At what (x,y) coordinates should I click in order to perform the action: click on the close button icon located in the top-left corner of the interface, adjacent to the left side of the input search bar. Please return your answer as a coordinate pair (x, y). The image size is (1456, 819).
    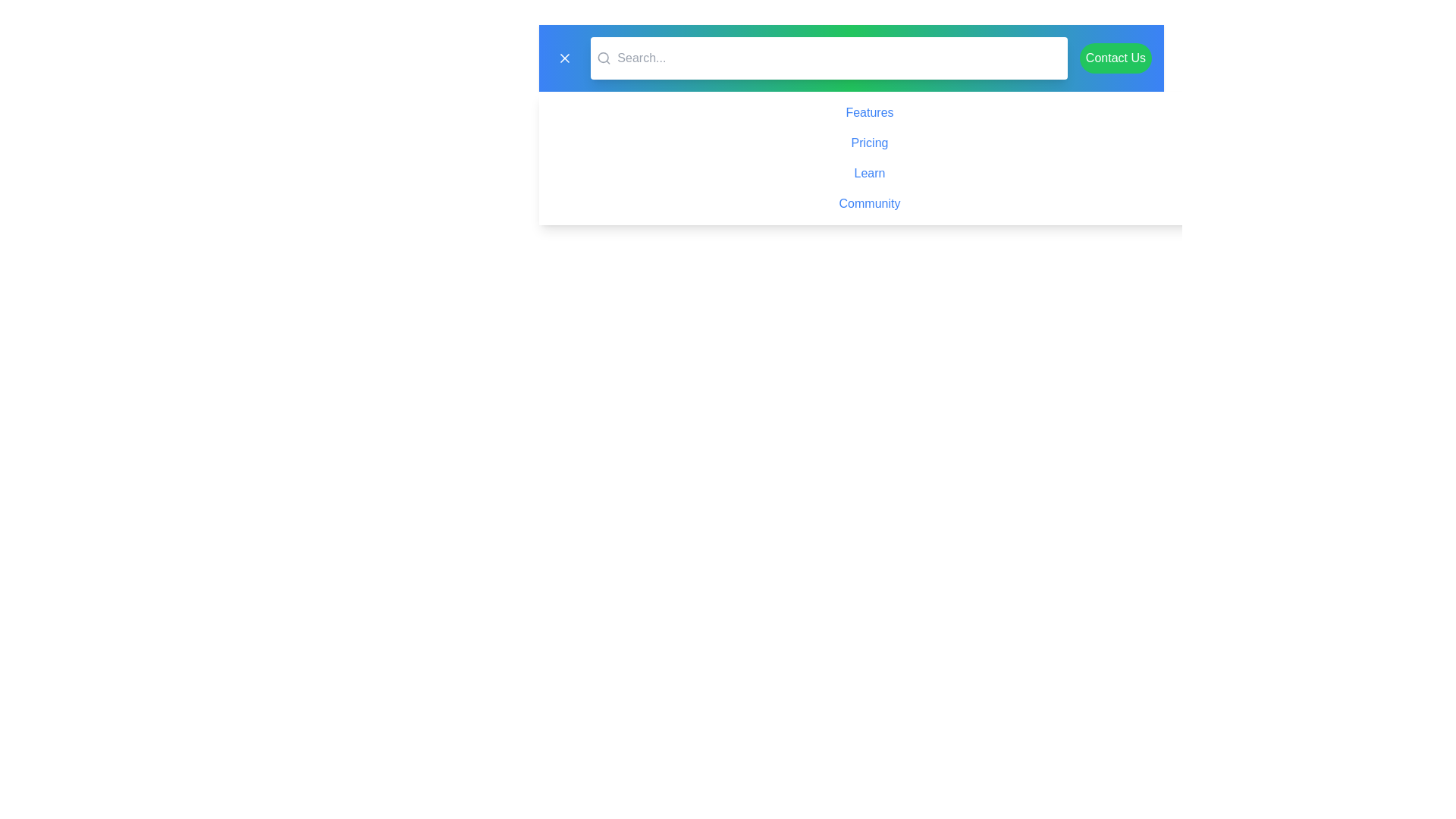
    Looking at the image, I should click on (563, 58).